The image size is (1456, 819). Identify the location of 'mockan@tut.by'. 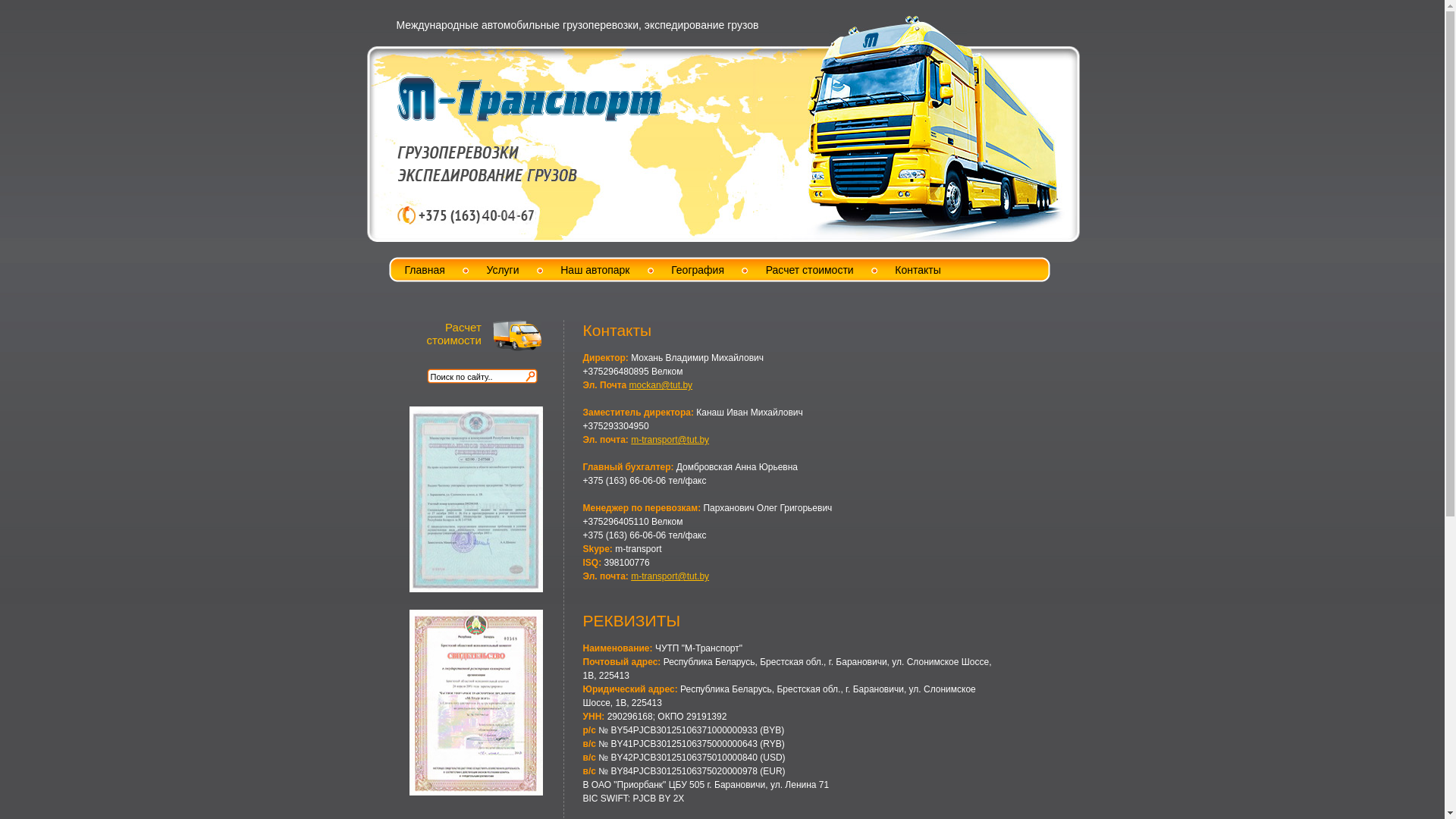
(661, 384).